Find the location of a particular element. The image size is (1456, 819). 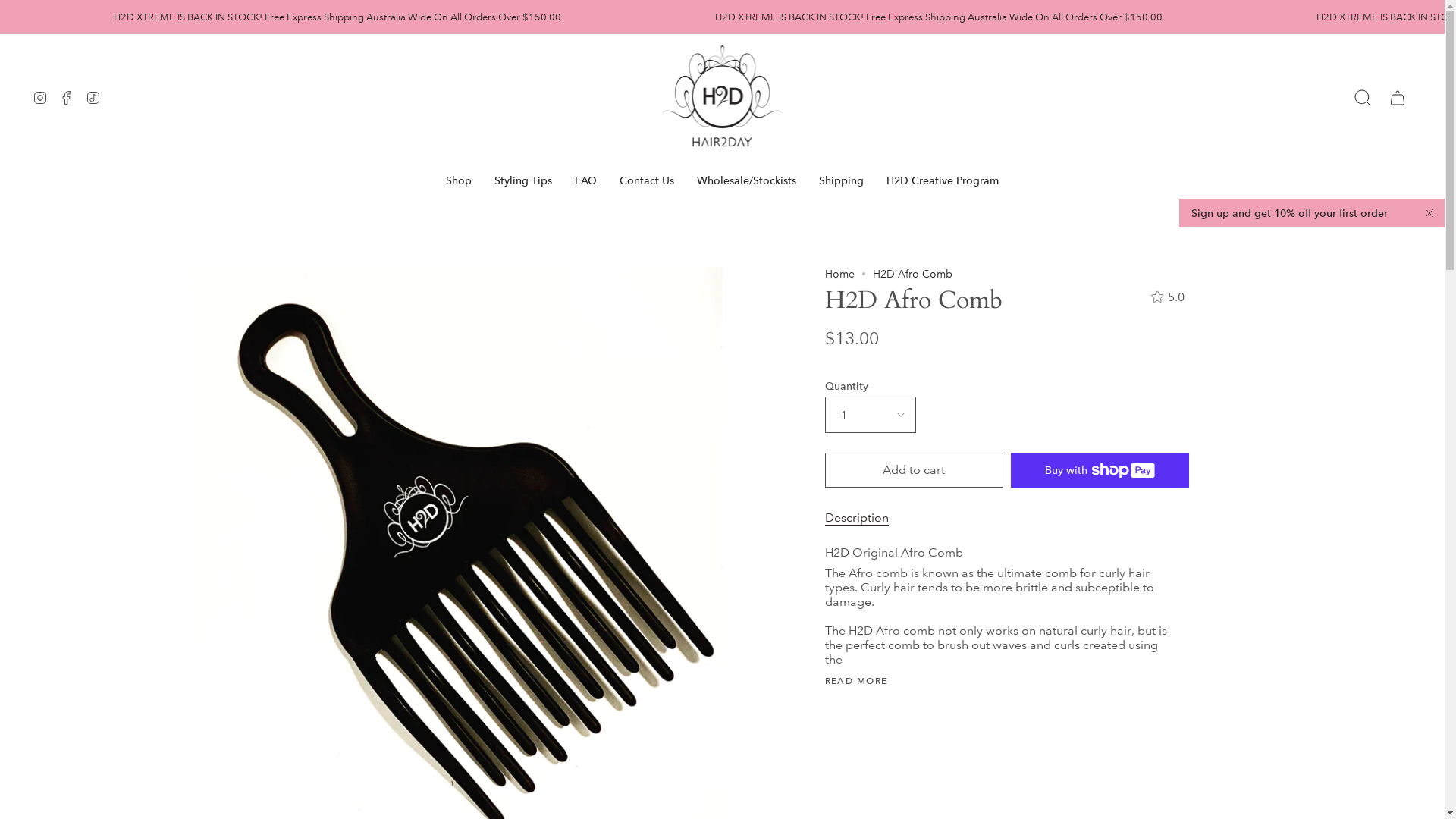

'Add to cart' is located at coordinates (913, 469).